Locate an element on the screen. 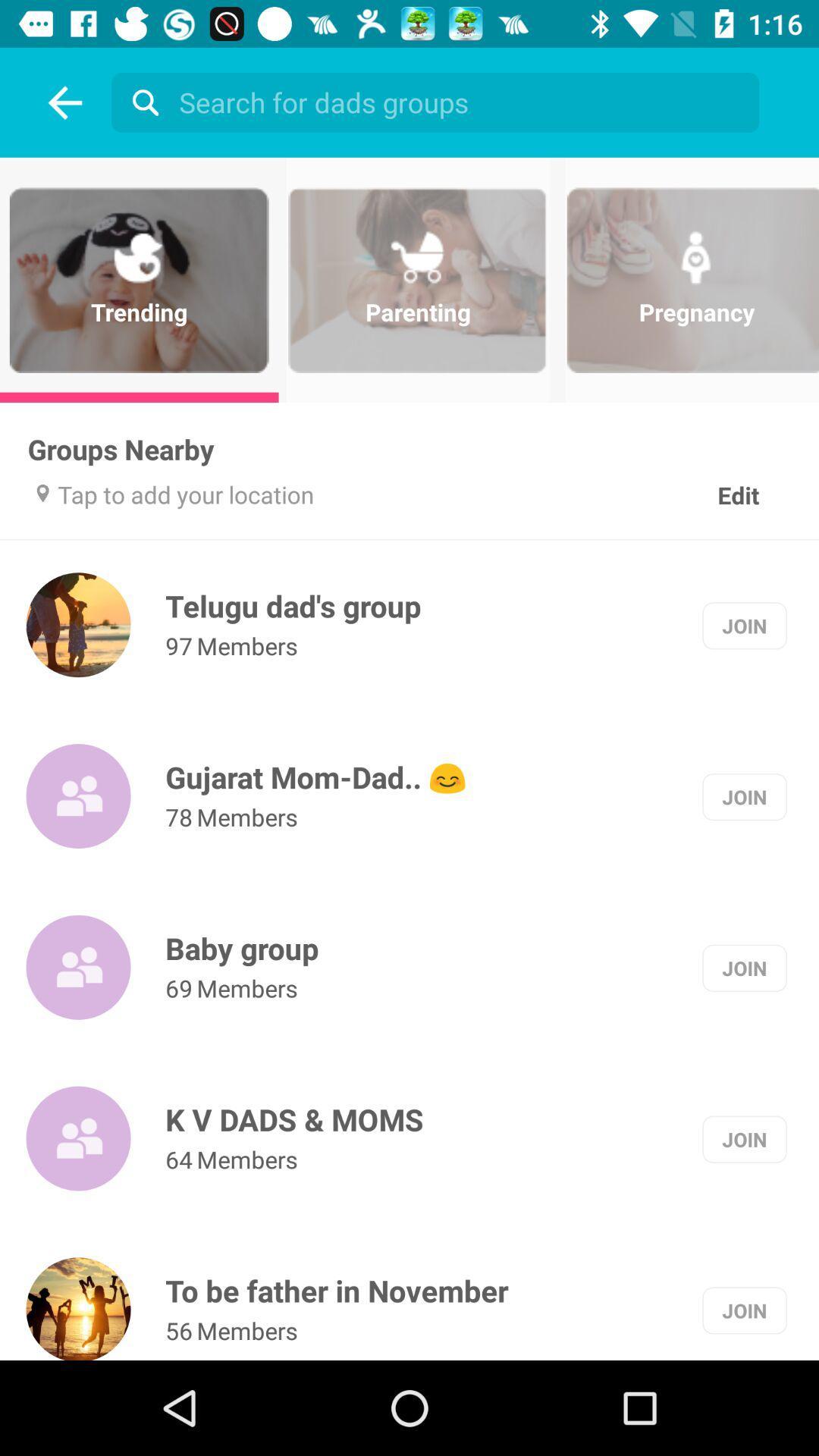  the icon next to the members icon is located at coordinates (178, 816).